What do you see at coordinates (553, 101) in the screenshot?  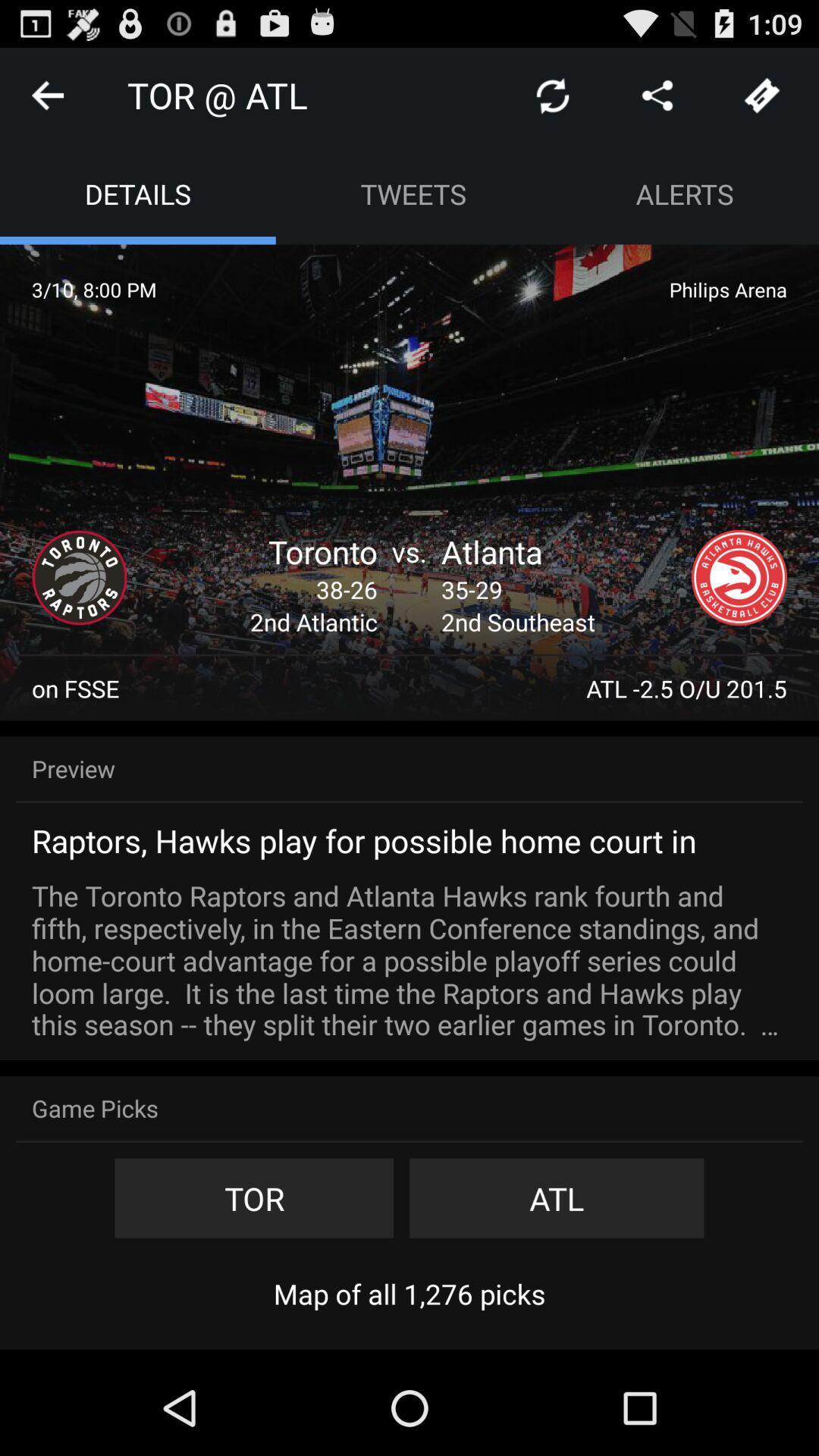 I see `the refresh icon` at bounding box center [553, 101].